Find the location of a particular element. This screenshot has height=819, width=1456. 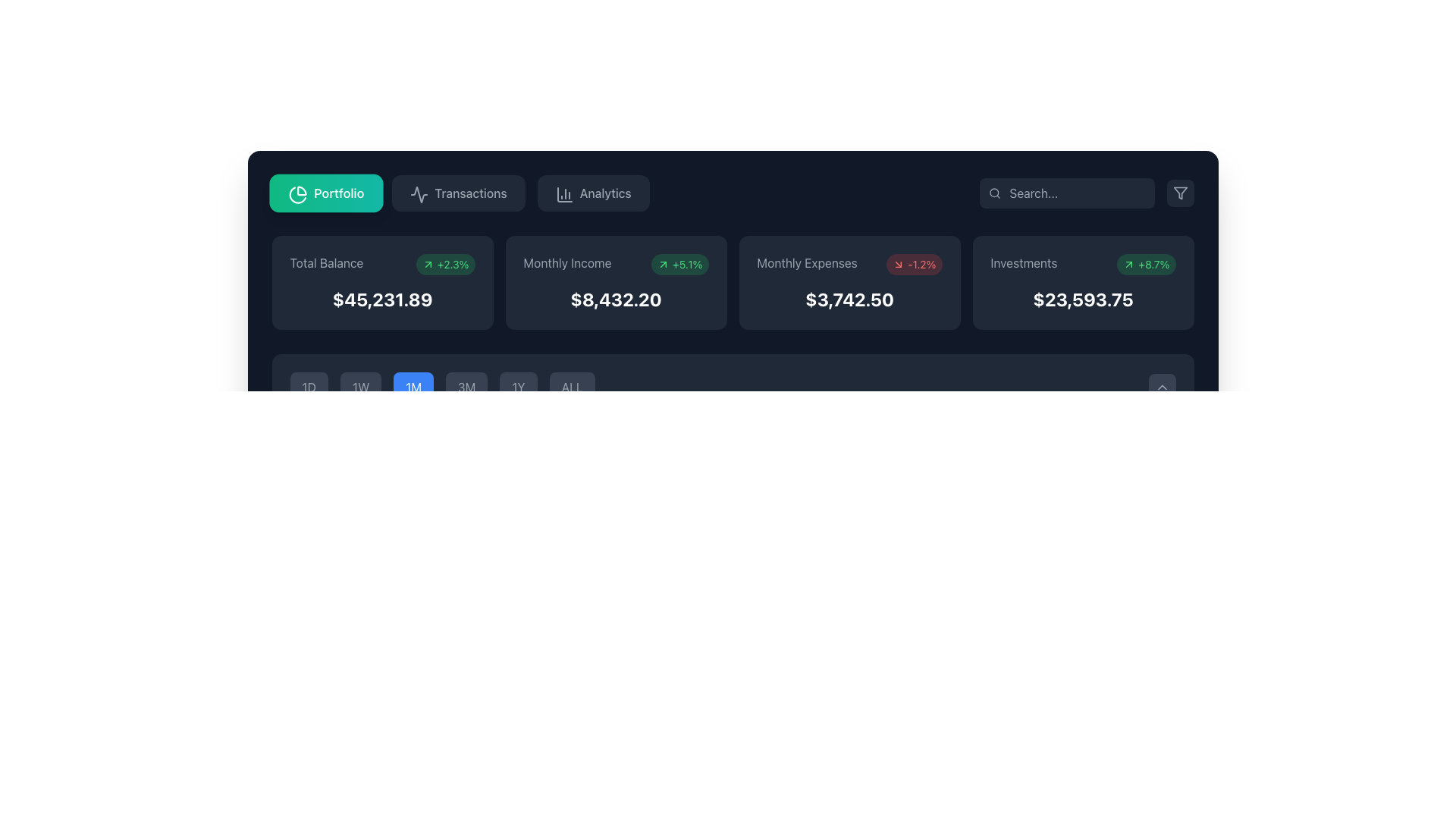

the '1 Month' button, which is the third button in a group of six buttons labeled '1D', '1W', '1M', '3M', '1Y', and 'ALL' is located at coordinates (413, 386).